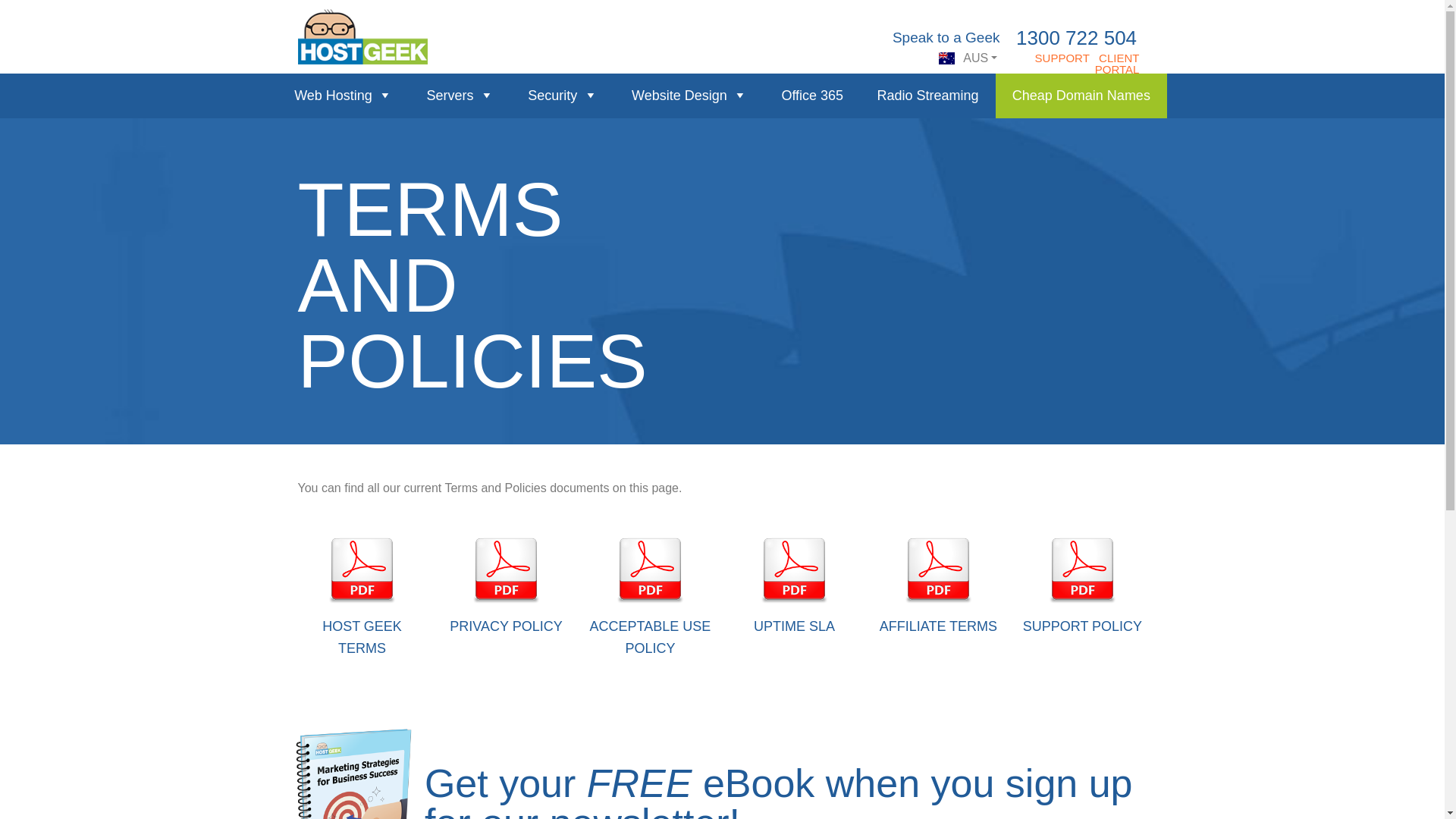 The width and height of the screenshot is (1456, 819). Describe the element at coordinates (449, 626) in the screenshot. I see `'PRIVACY POLICY'` at that location.